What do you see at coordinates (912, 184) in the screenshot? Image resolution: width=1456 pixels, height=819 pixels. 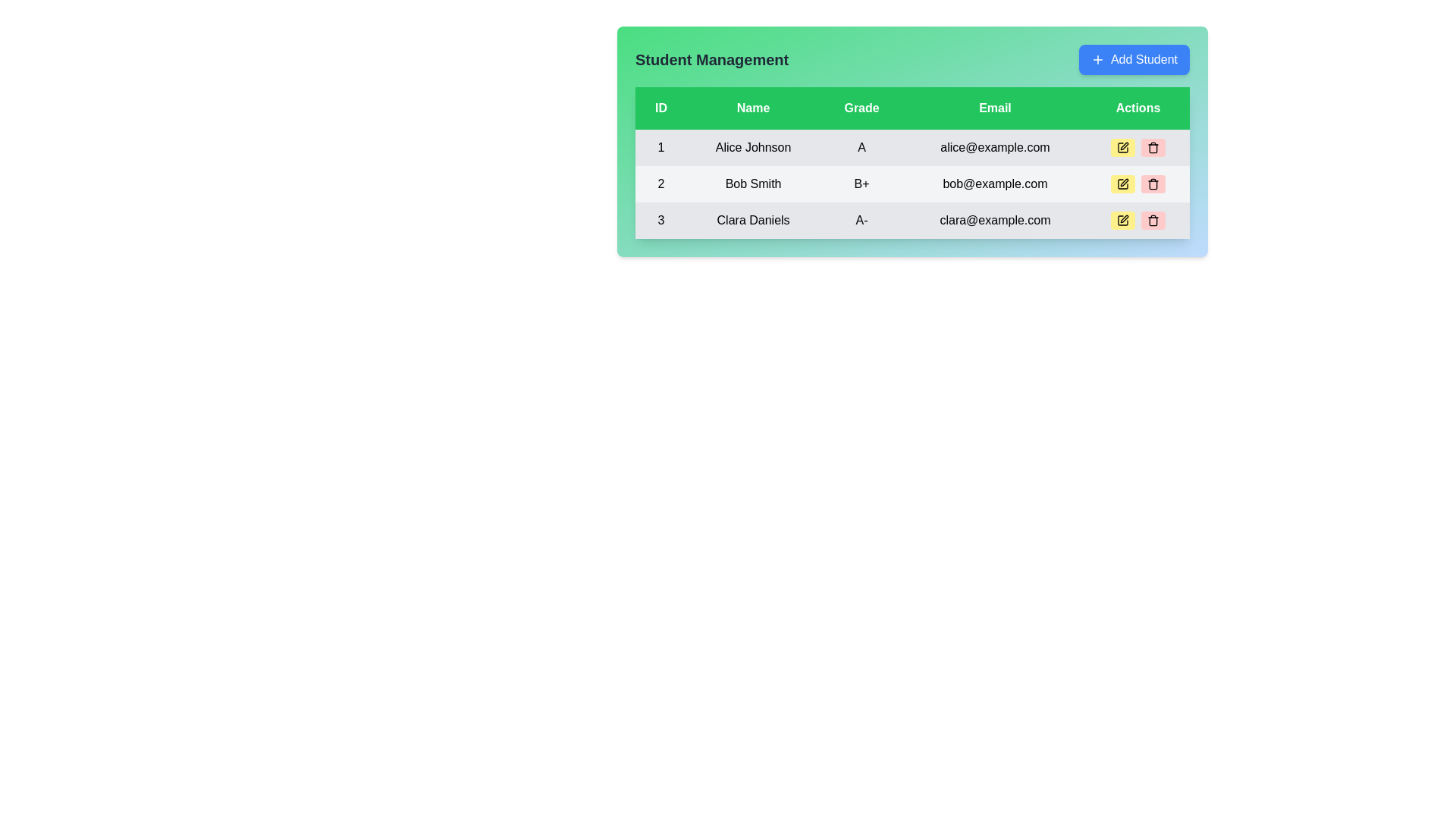 I see `the highlighted second row in the data table displaying '2', 'Bob Smith', 'B+', and 'bob@example.com' in the 'Student Management' section` at bounding box center [912, 184].